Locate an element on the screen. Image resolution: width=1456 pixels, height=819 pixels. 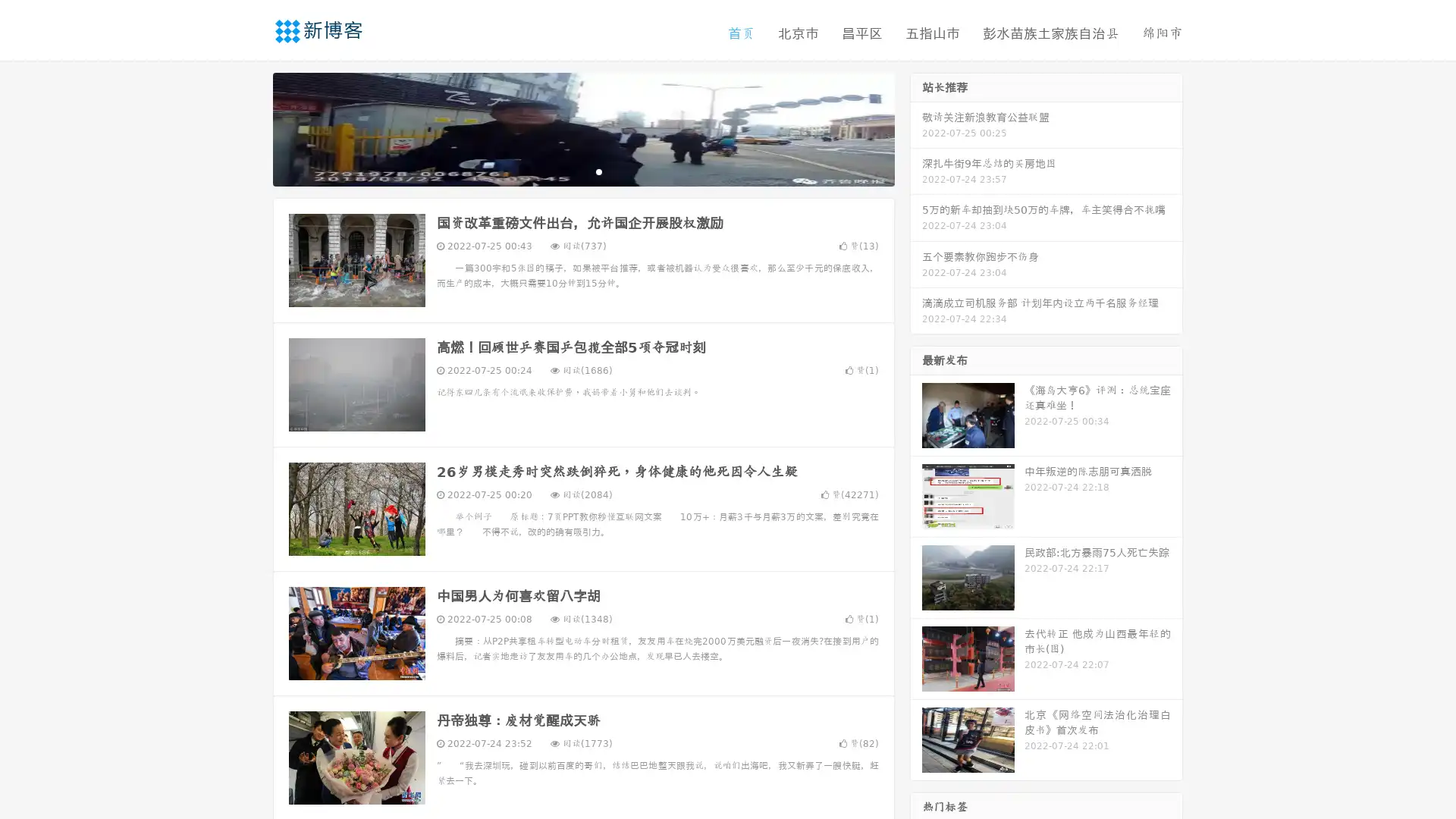
Previous slide is located at coordinates (250, 127).